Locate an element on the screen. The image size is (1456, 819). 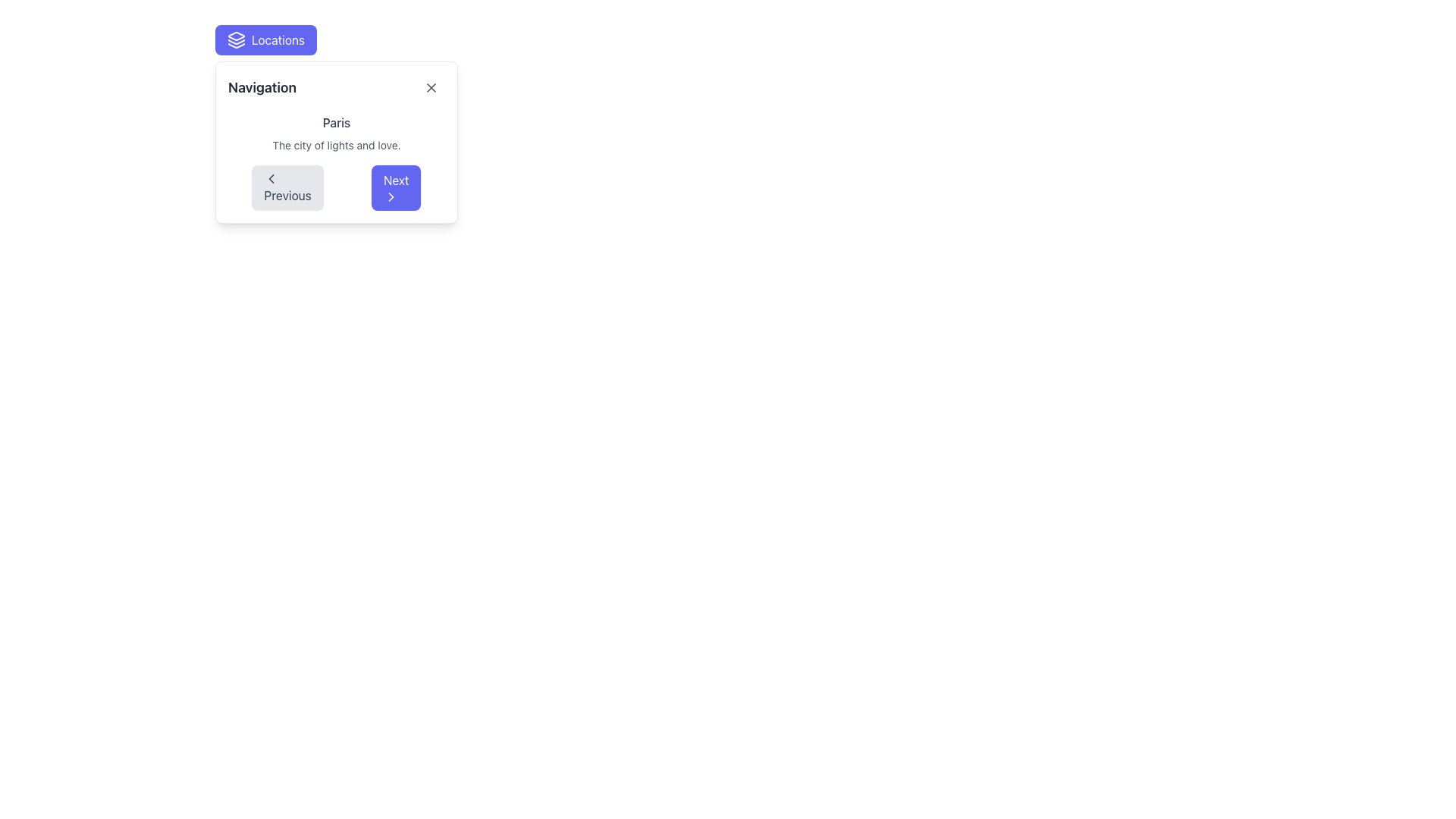
the 'Previous' button which contains a leftward chevron arrow within the SVG graphic is located at coordinates (271, 177).